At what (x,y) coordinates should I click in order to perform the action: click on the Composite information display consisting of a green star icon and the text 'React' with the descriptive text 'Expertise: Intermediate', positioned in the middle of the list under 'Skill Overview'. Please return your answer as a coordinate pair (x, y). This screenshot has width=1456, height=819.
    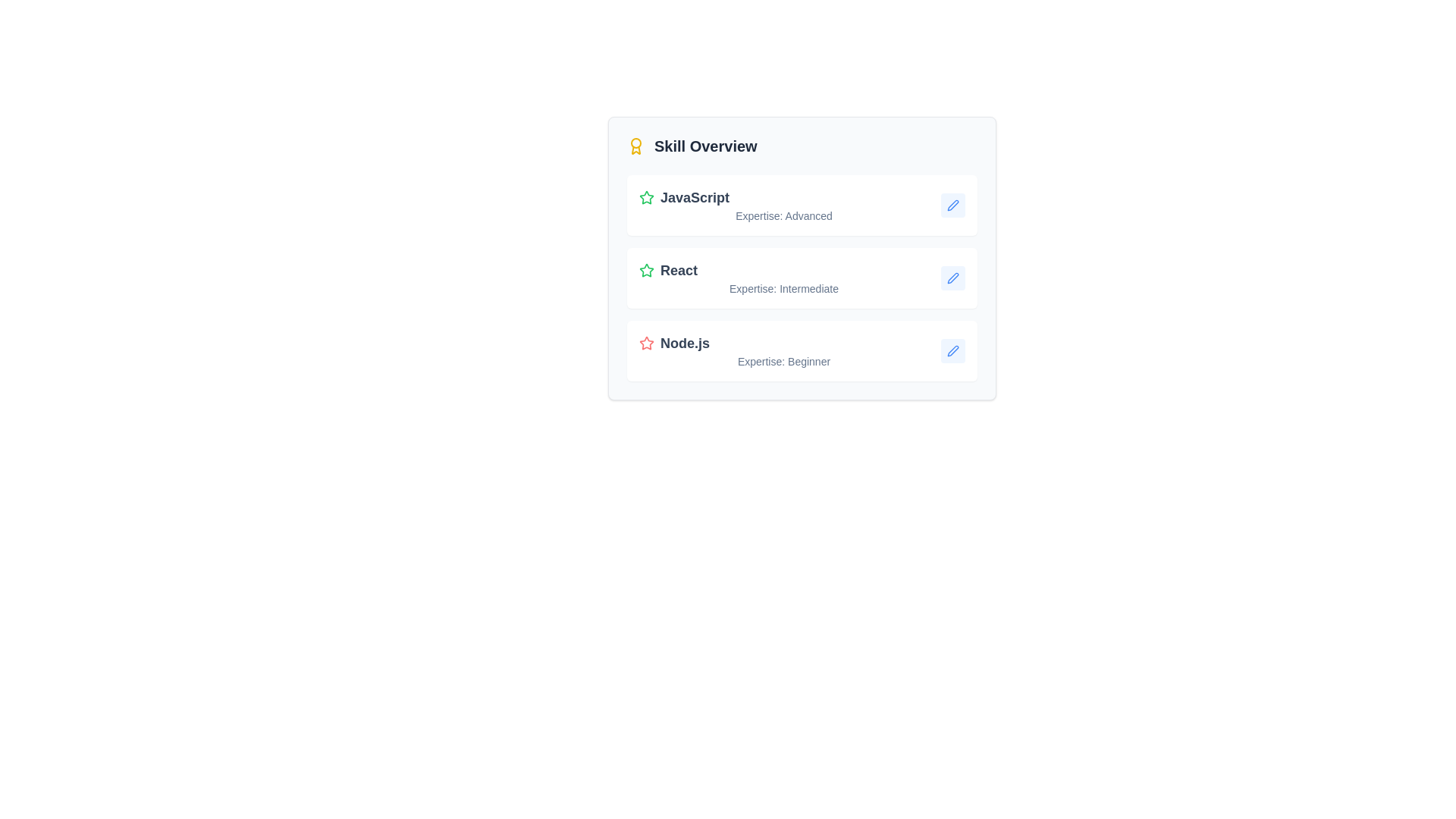
    Looking at the image, I should click on (783, 278).